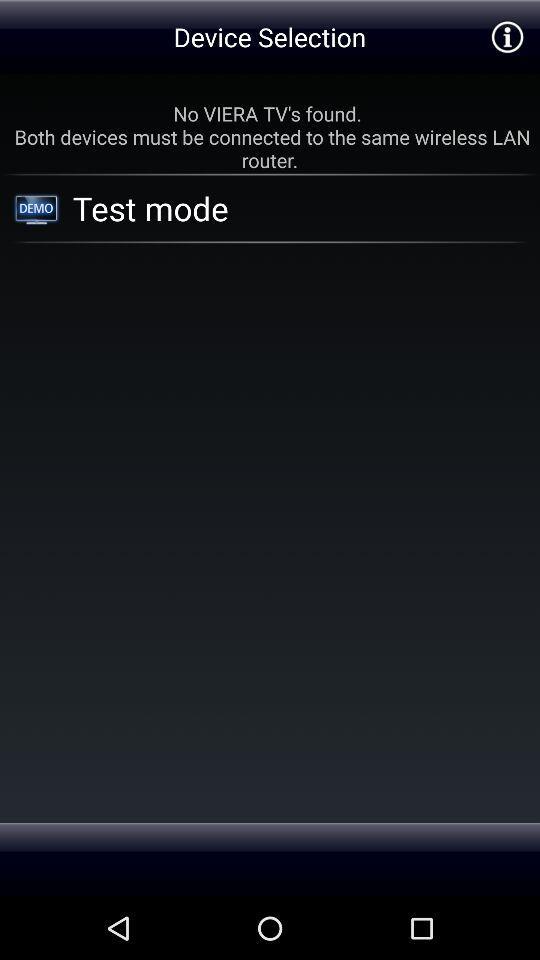  I want to click on the app below the no viera tv, so click(274, 208).